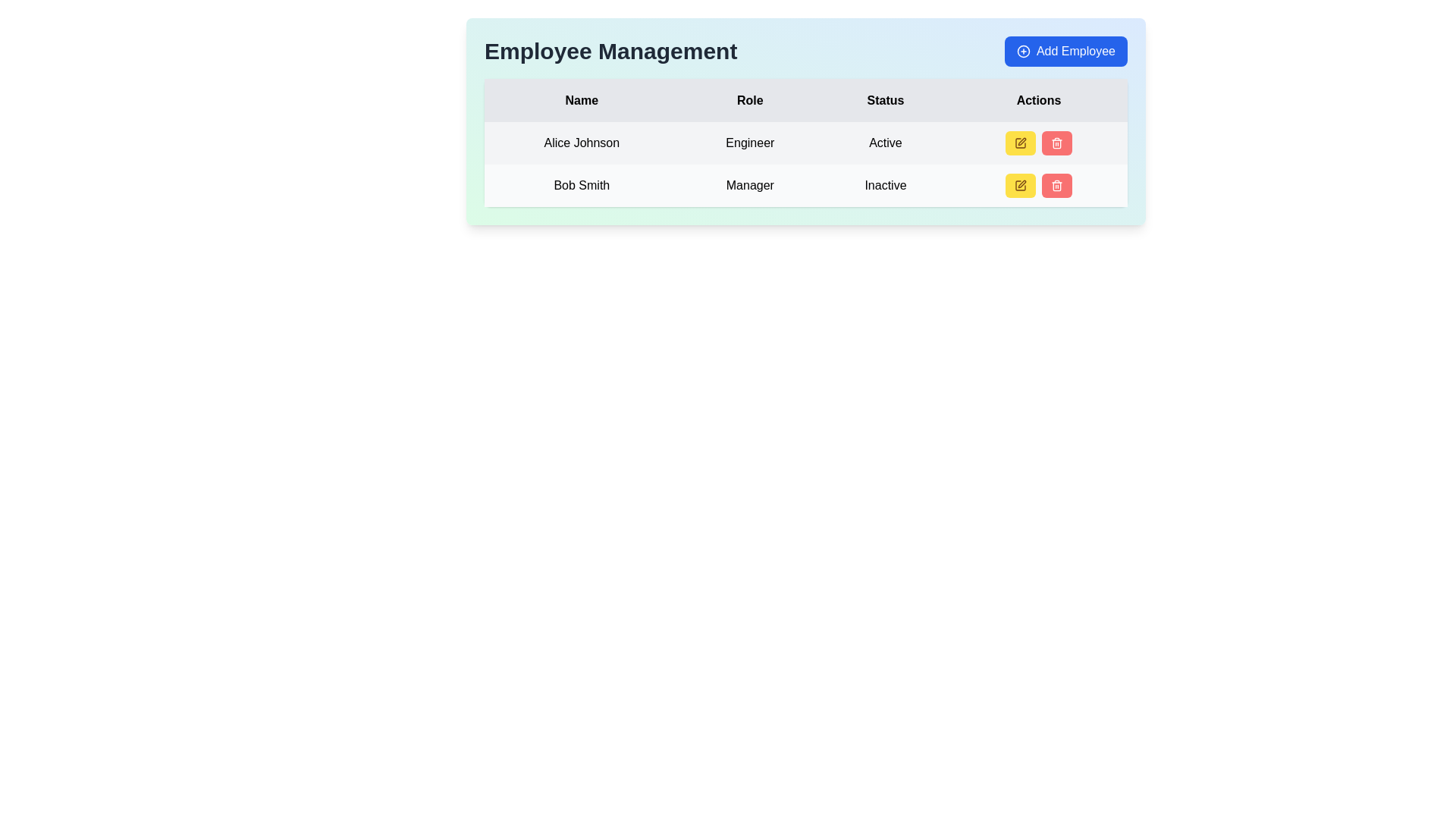 The image size is (1456, 819). Describe the element at coordinates (885, 143) in the screenshot. I see `the static text label indicating the employment status of 'Alice Johnson' in the 'Employee Management' table, located in the 'Status' column` at that location.